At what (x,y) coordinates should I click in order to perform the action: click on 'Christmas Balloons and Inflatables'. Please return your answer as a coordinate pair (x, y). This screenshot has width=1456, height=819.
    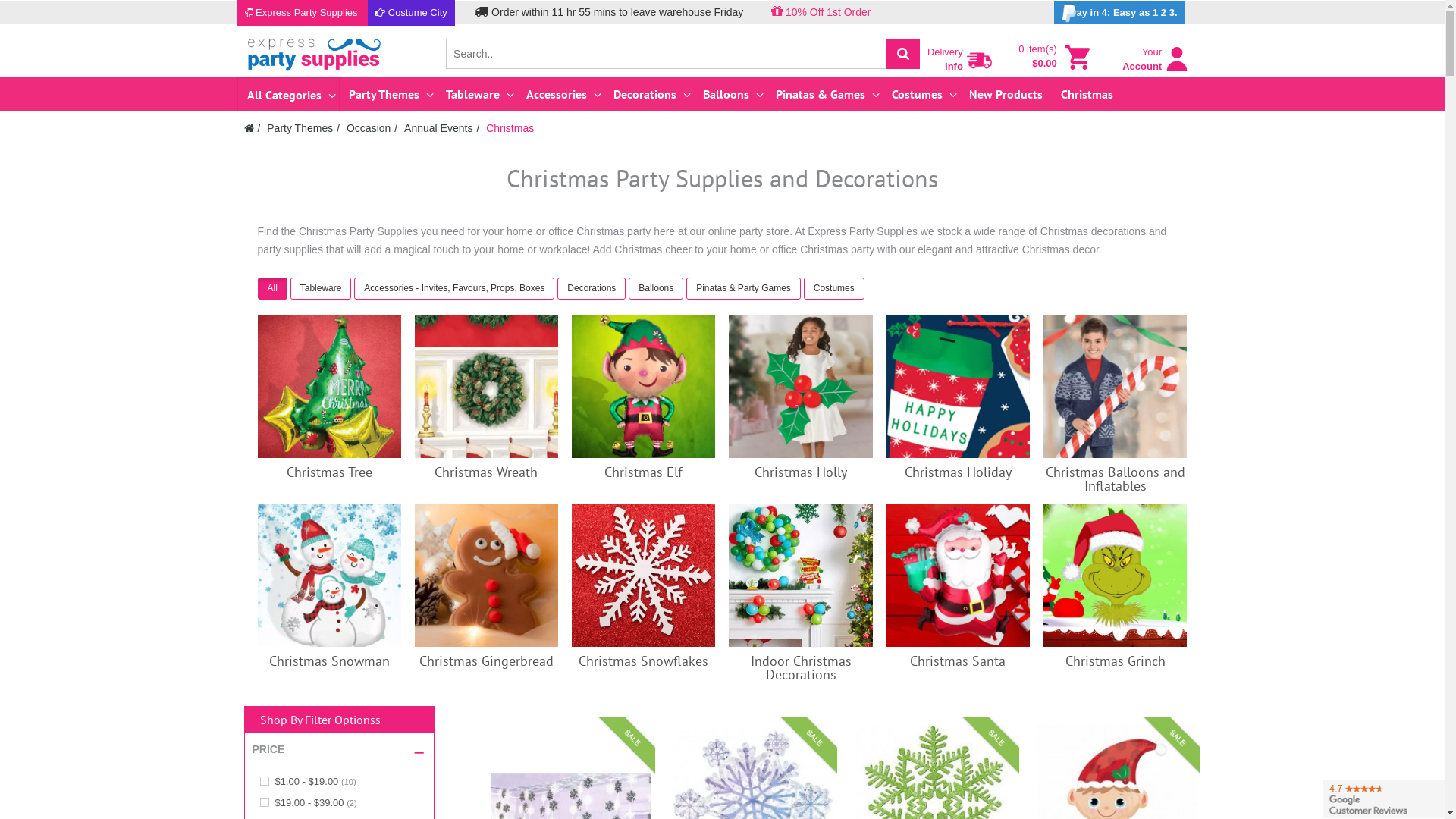
    Looking at the image, I should click on (1043, 385).